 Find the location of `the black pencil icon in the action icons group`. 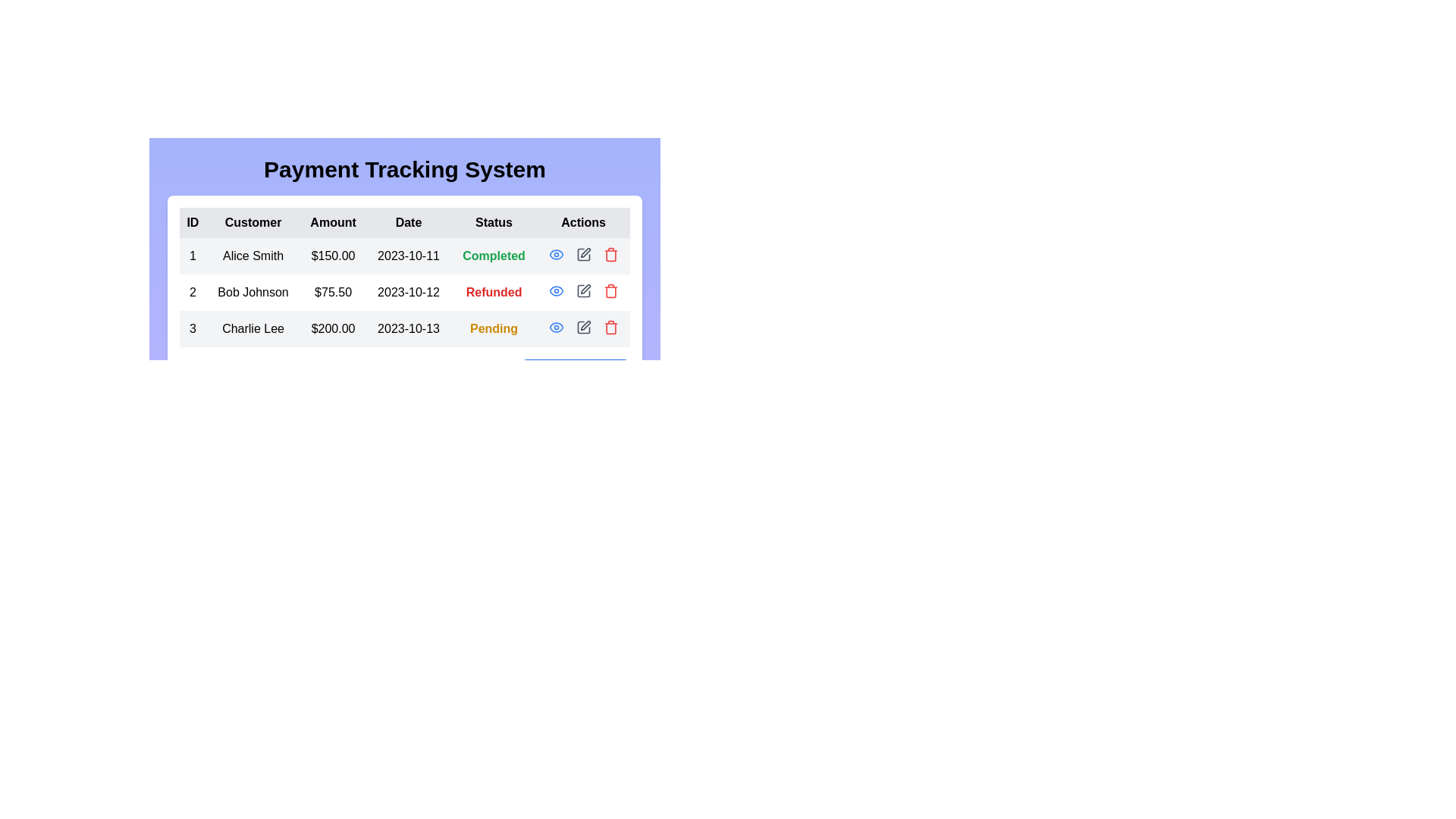

the black pencil icon in the action icons group is located at coordinates (582, 253).